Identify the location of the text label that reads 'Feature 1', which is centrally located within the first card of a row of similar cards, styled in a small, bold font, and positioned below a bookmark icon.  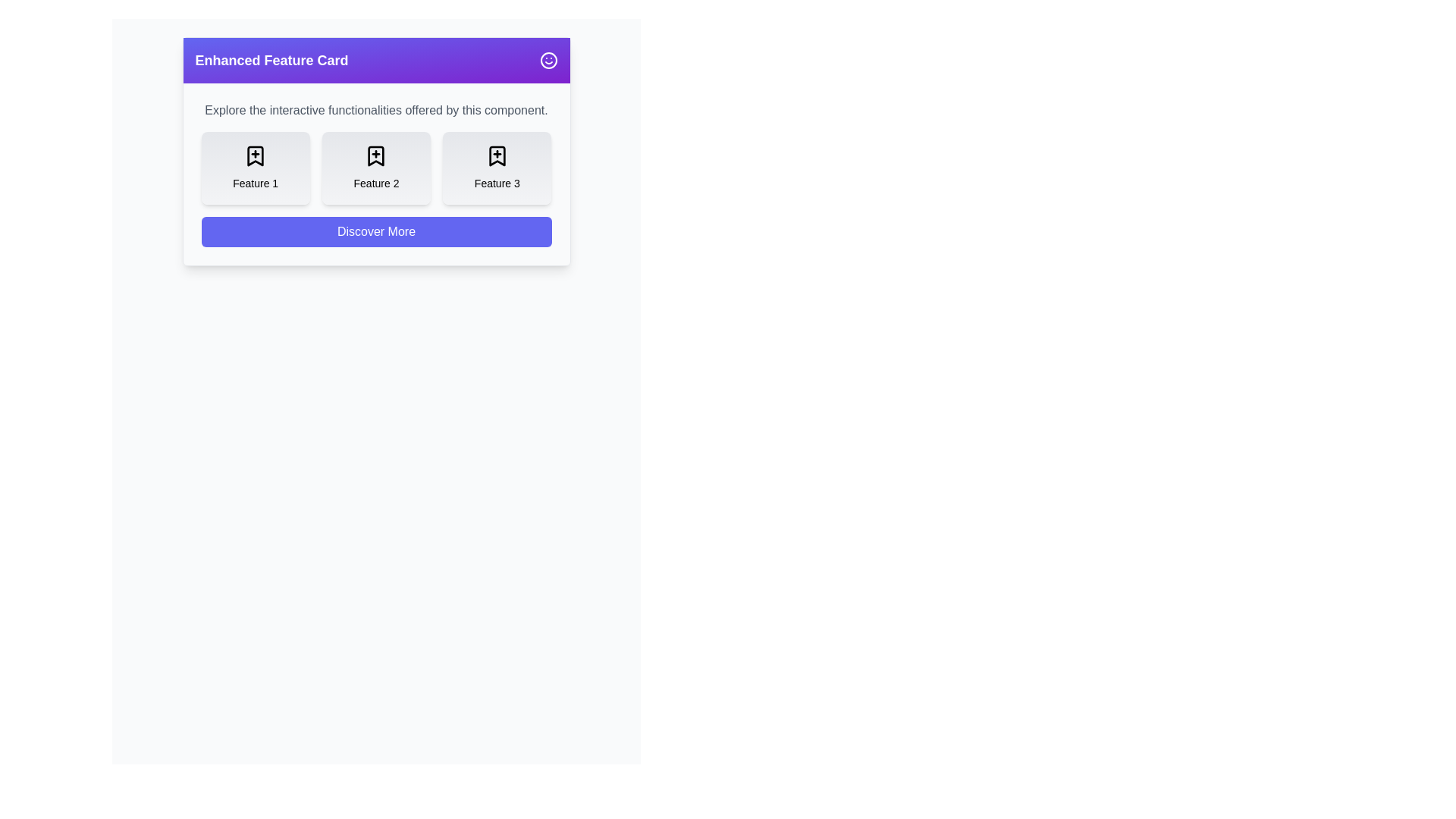
(256, 183).